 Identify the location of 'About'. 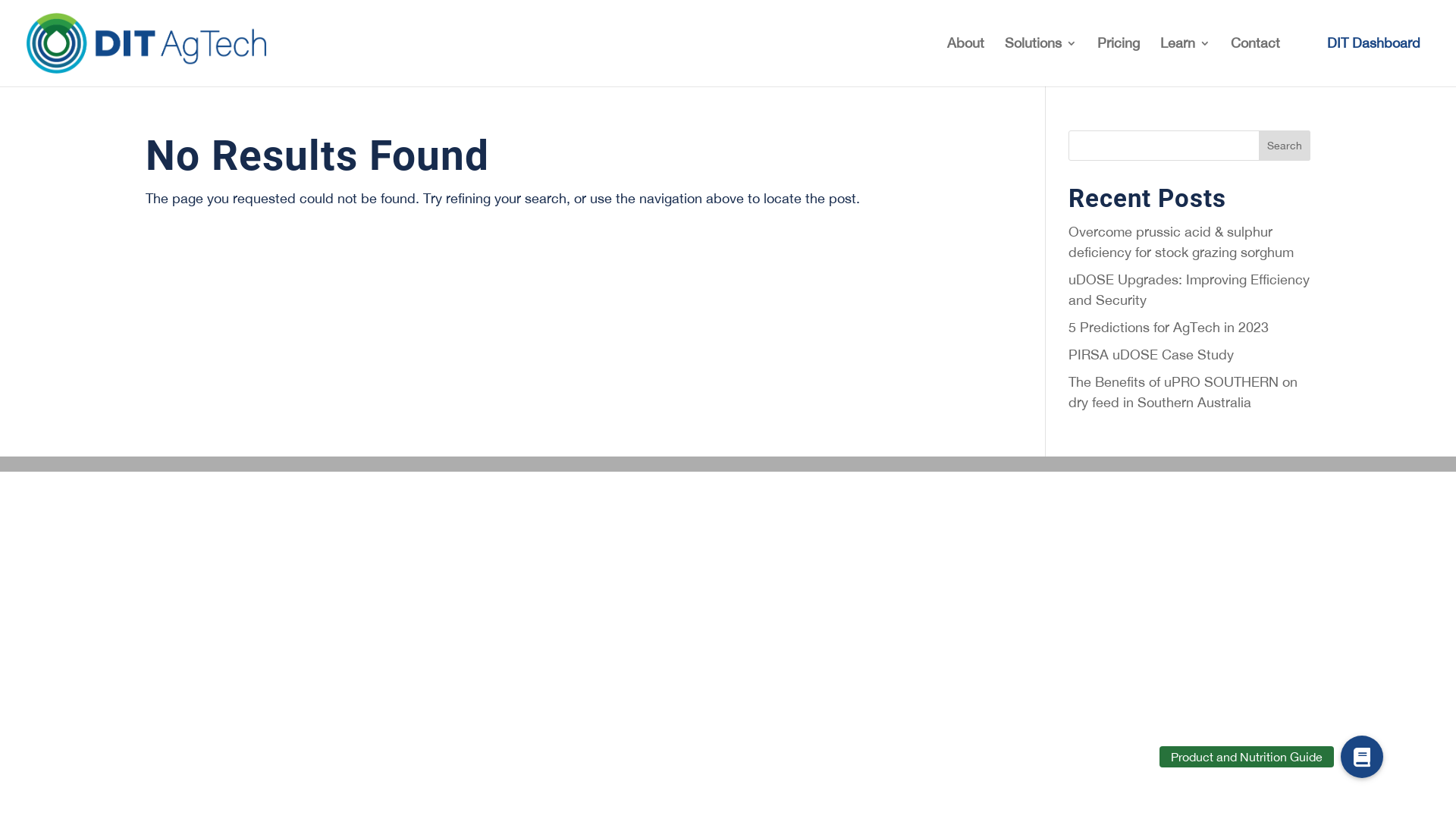
(946, 61).